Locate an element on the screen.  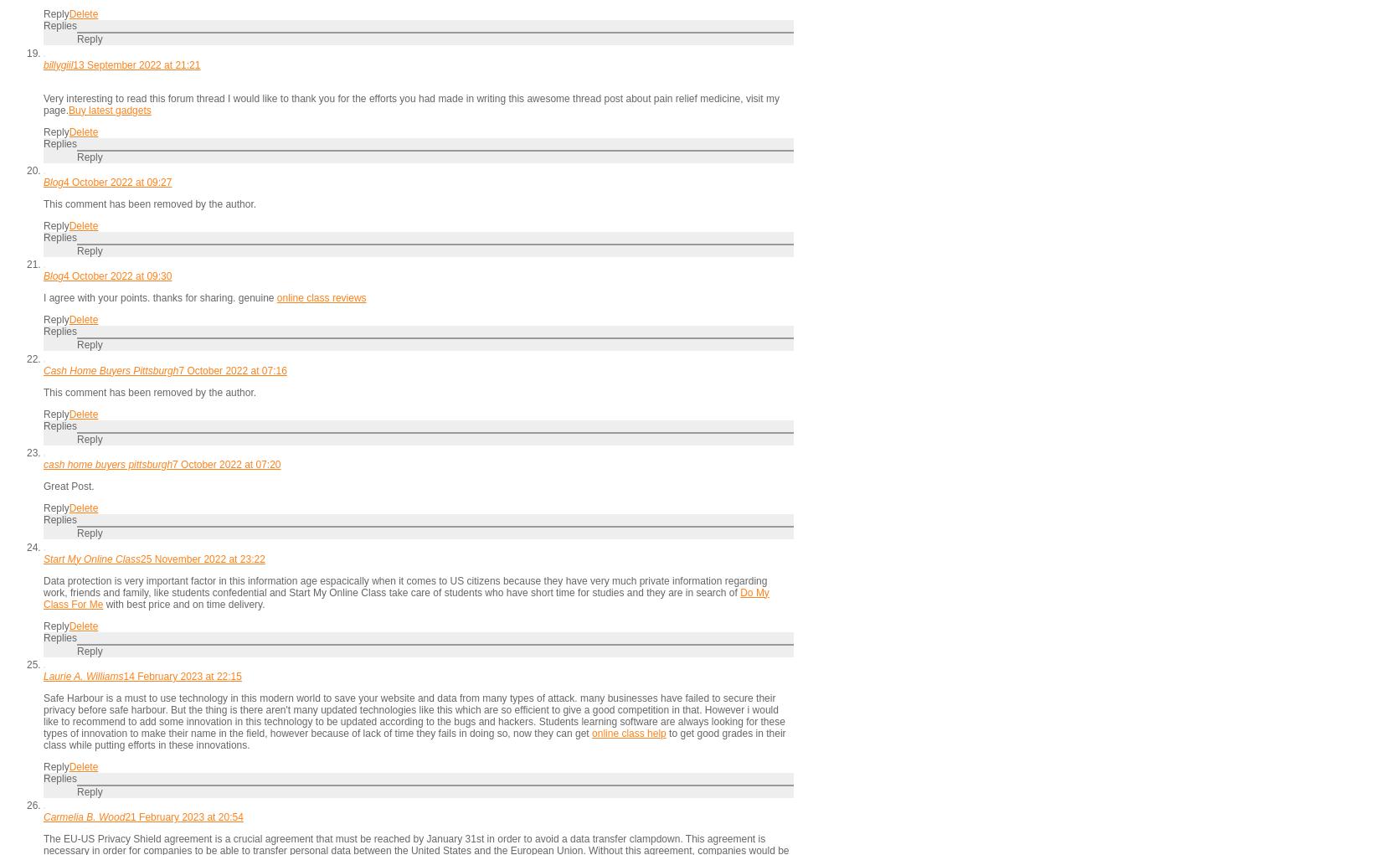
'billygiil' is located at coordinates (58, 64).